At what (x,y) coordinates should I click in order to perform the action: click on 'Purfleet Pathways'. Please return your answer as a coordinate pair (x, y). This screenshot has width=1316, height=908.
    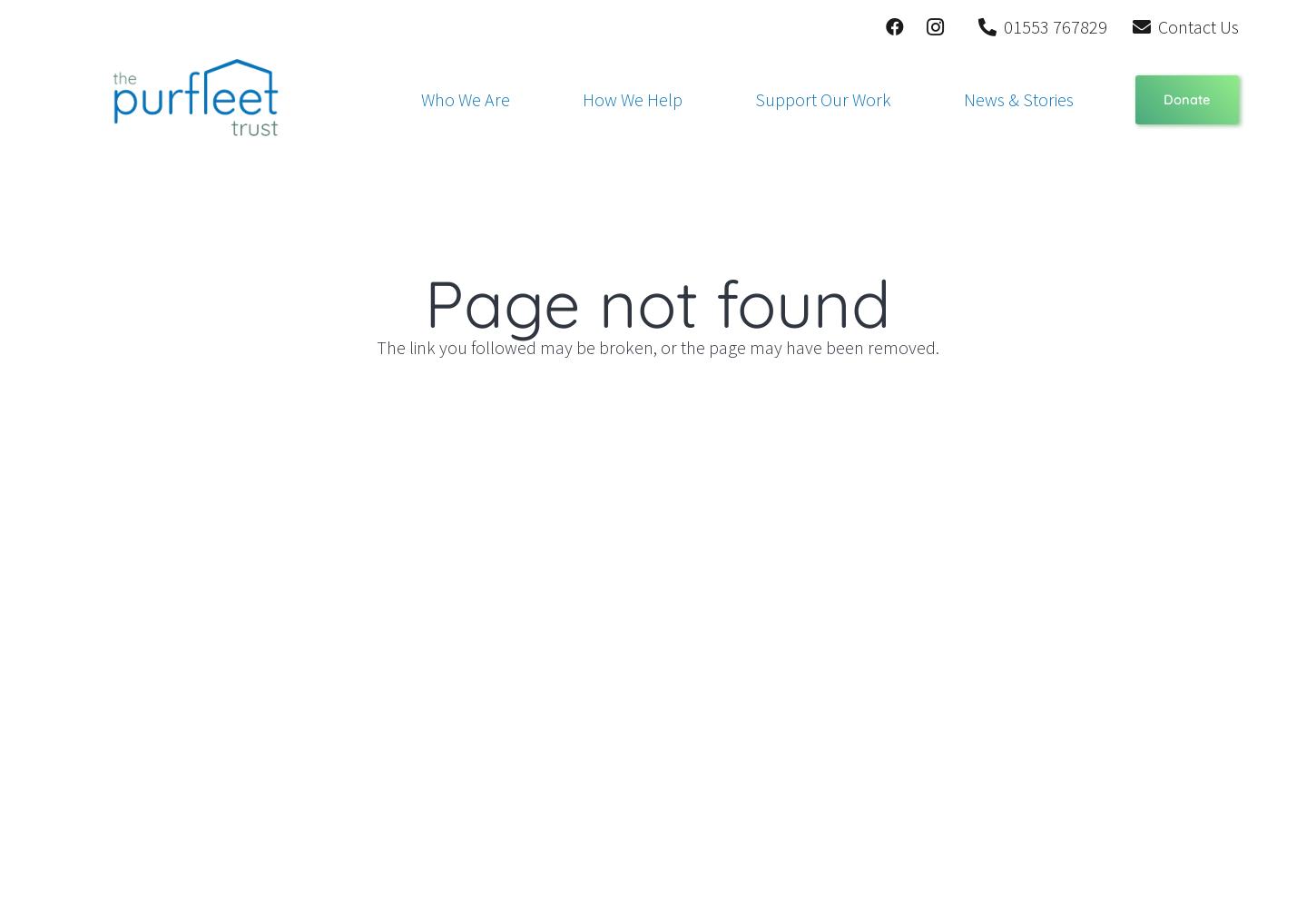
    Looking at the image, I should click on (630, 315).